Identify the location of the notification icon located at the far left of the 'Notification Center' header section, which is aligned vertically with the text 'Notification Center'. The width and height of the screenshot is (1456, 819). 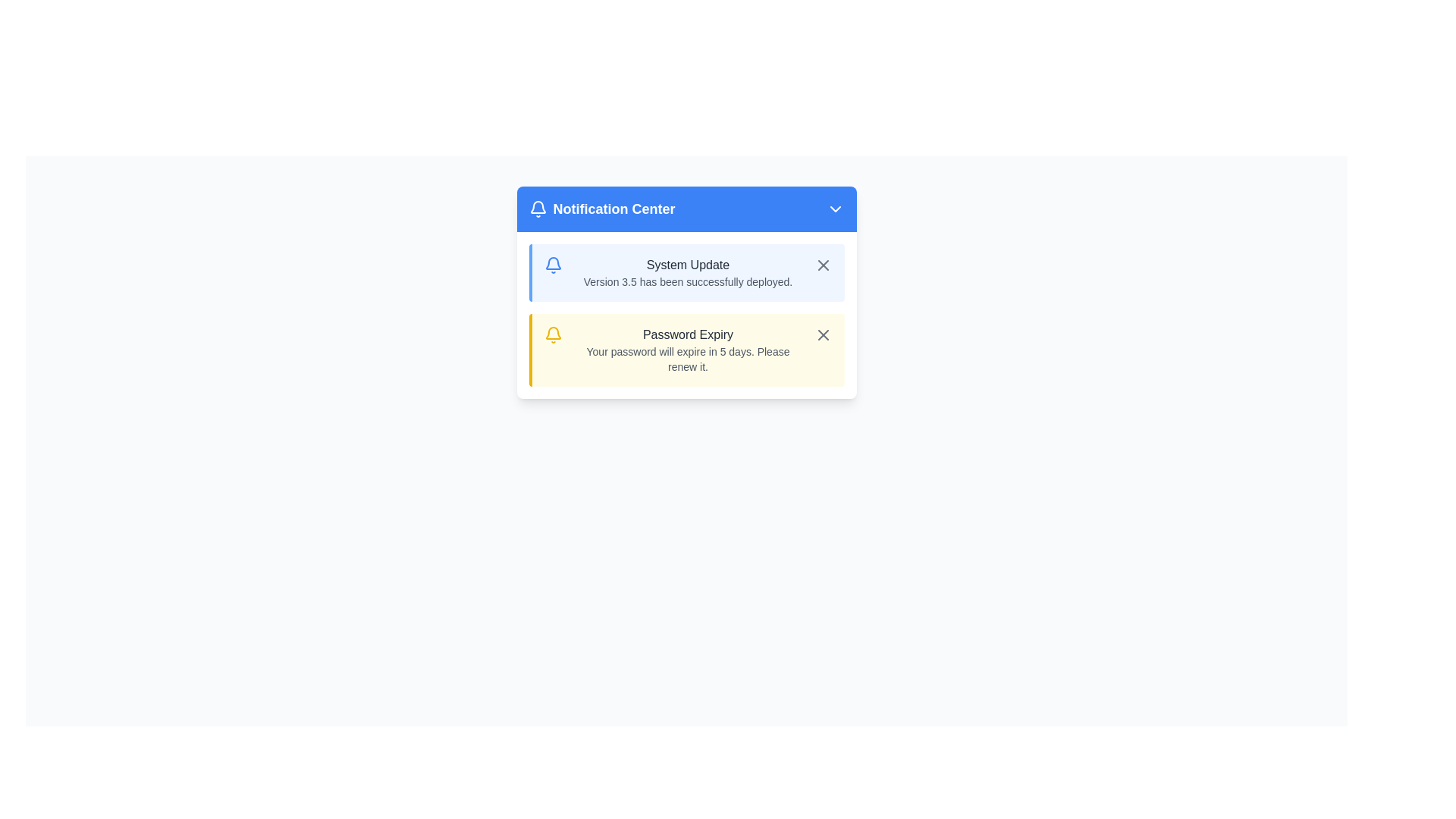
(538, 209).